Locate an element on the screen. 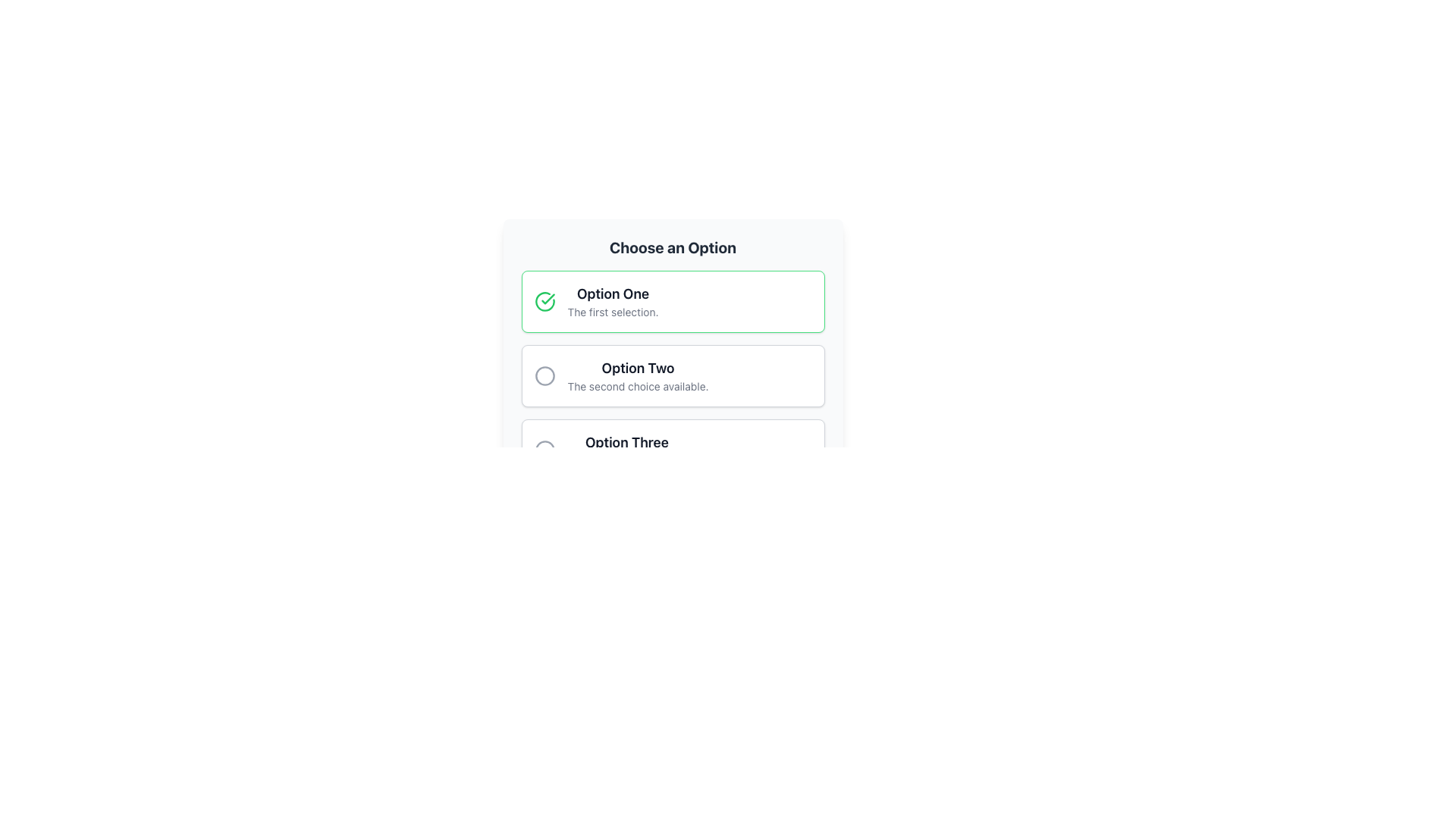 The height and width of the screenshot is (819, 1456). the decorative icon for the third option in the vertical list of options is located at coordinates (544, 450).